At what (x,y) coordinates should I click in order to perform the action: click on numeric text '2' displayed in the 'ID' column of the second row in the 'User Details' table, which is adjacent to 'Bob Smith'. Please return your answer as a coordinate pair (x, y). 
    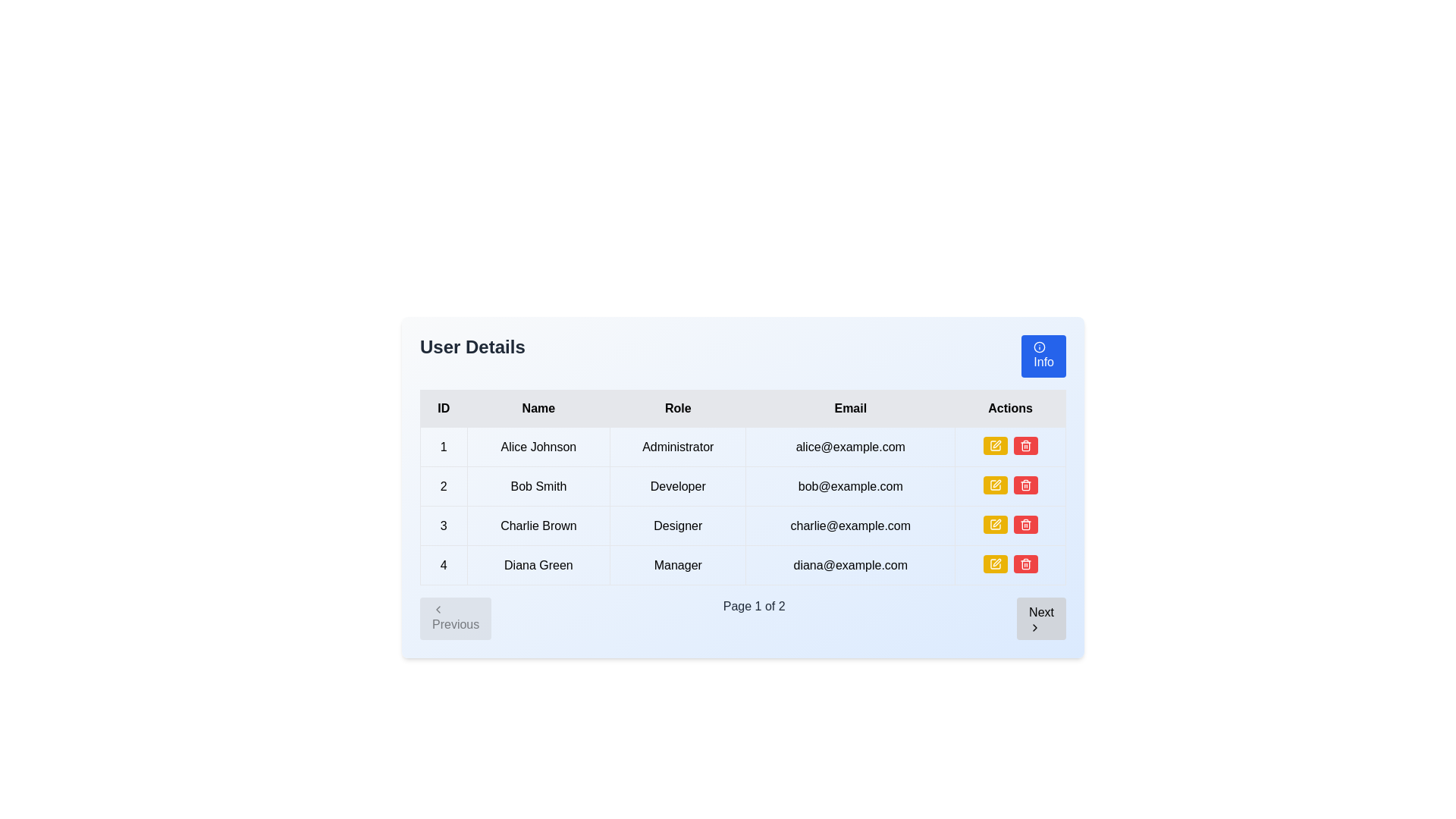
    Looking at the image, I should click on (443, 486).